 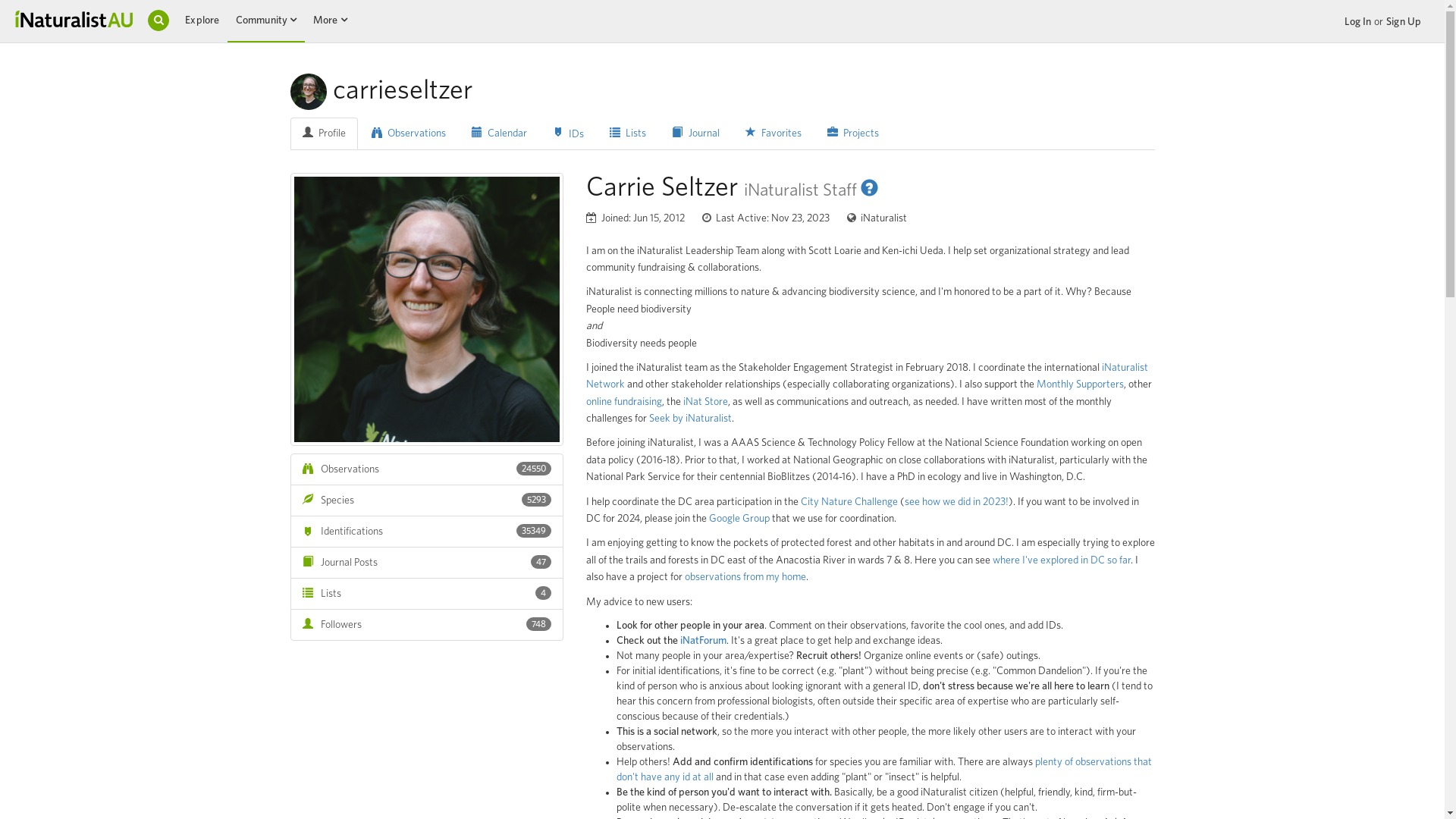 What do you see at coordinates (262, 20) in the screenshot?
I see `'Community'` at bounding box center [262, 20].